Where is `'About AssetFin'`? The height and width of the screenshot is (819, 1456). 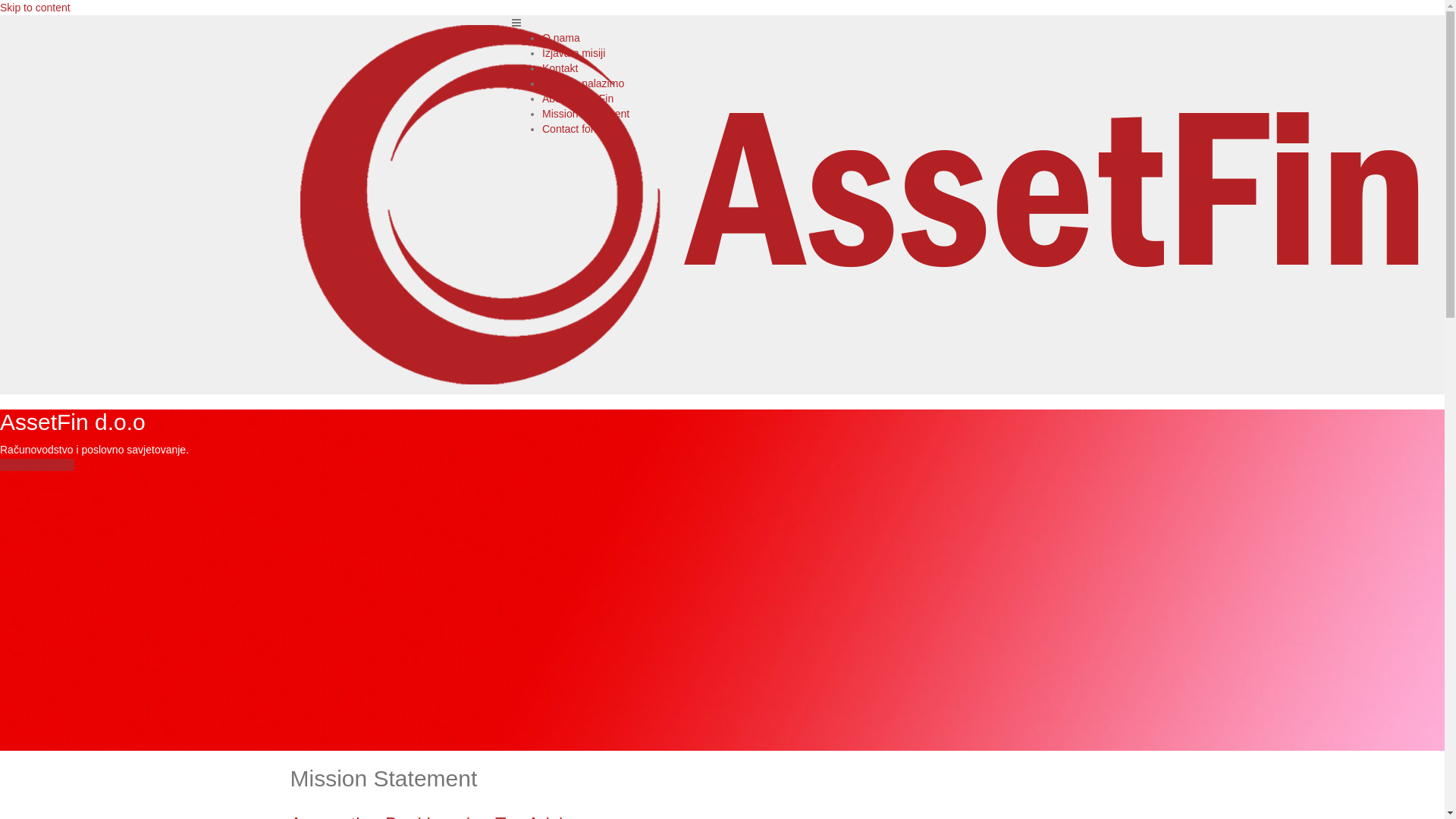
'About AssetFin' is located at coordinates (577, 99).